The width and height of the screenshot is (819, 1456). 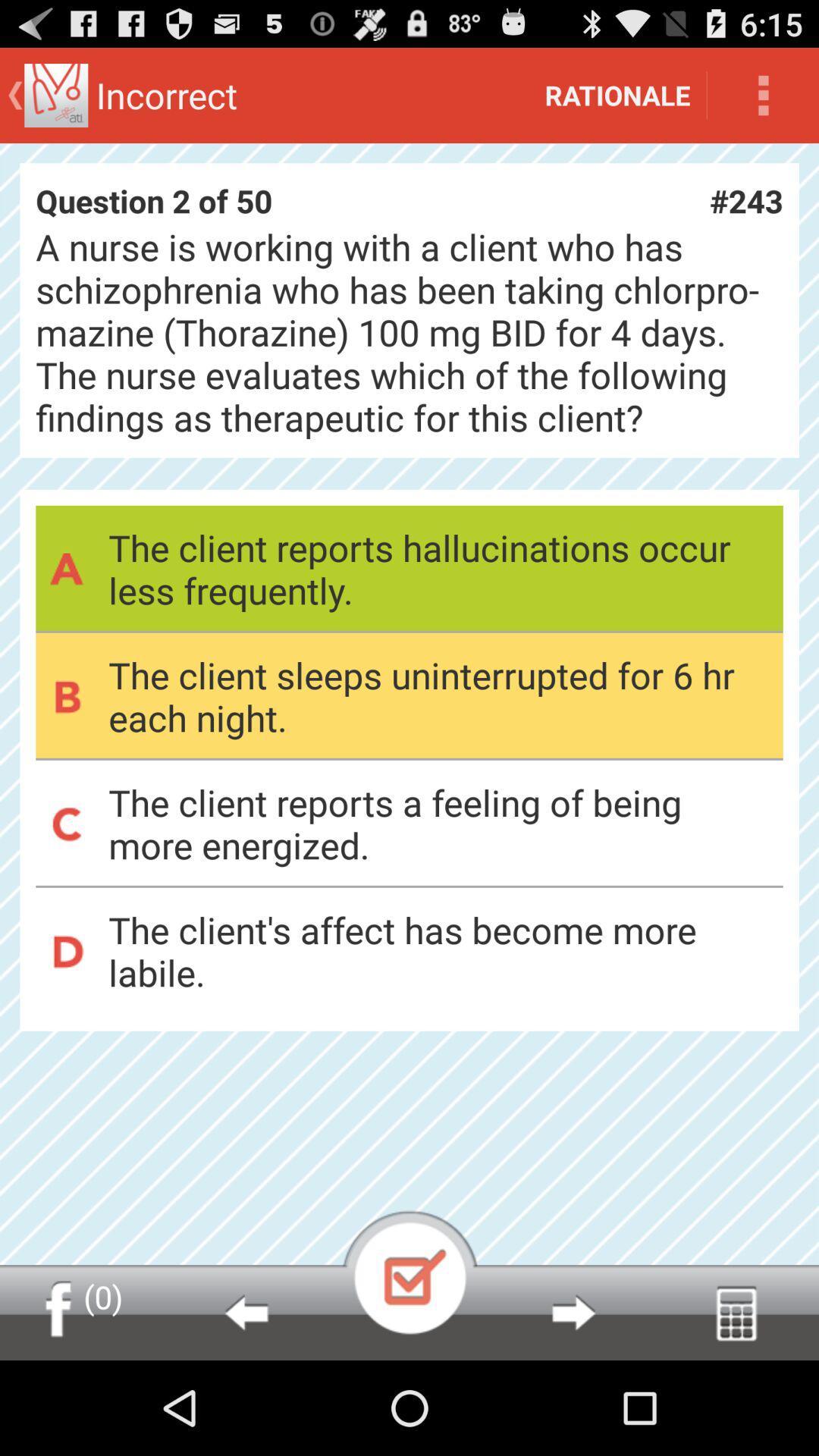 I want to click on the delete icon, so click(x=736, y=1404).